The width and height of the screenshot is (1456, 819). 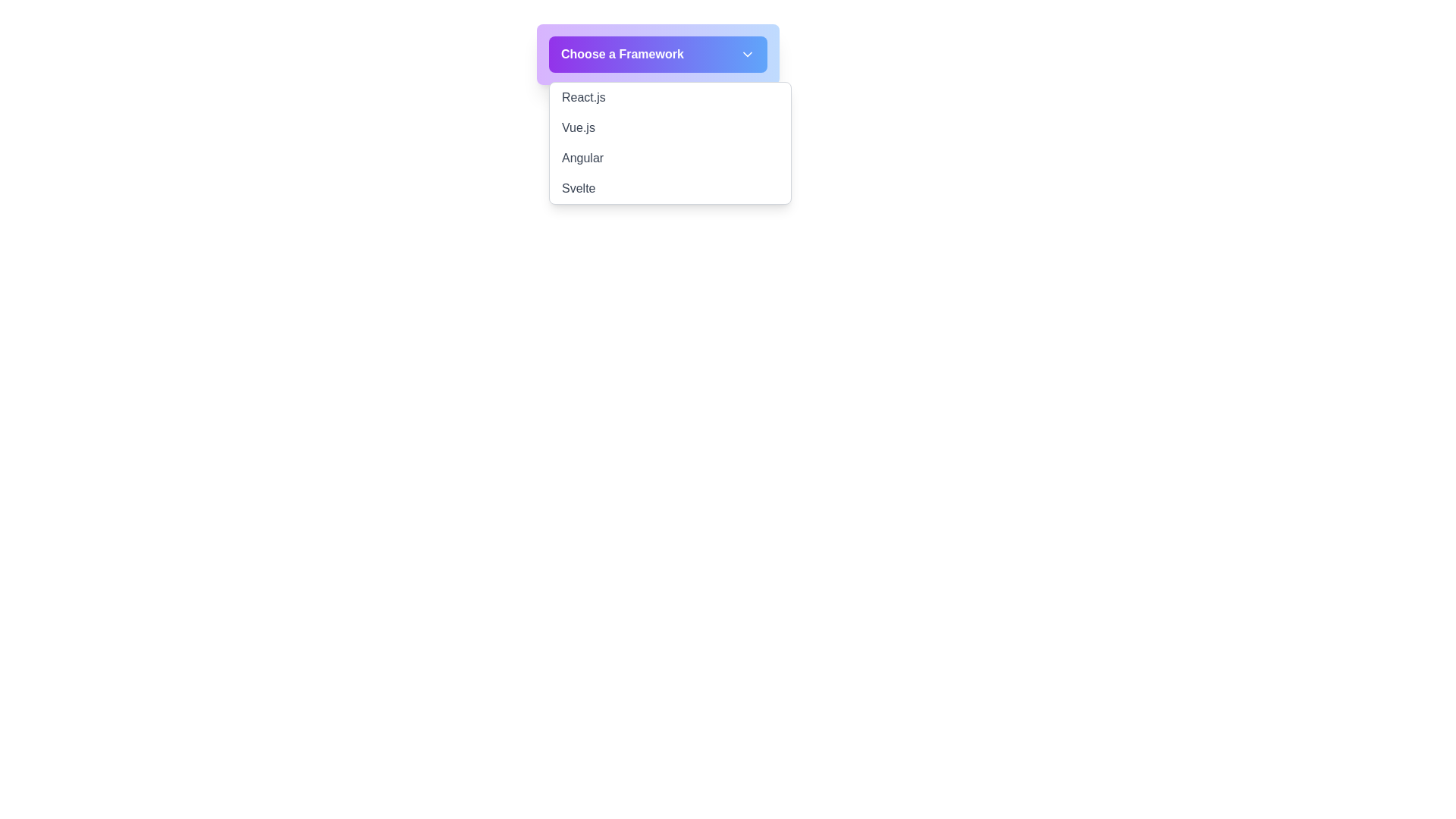 I want to click on the second item in the dropdown list, so click(x=669, y=127).